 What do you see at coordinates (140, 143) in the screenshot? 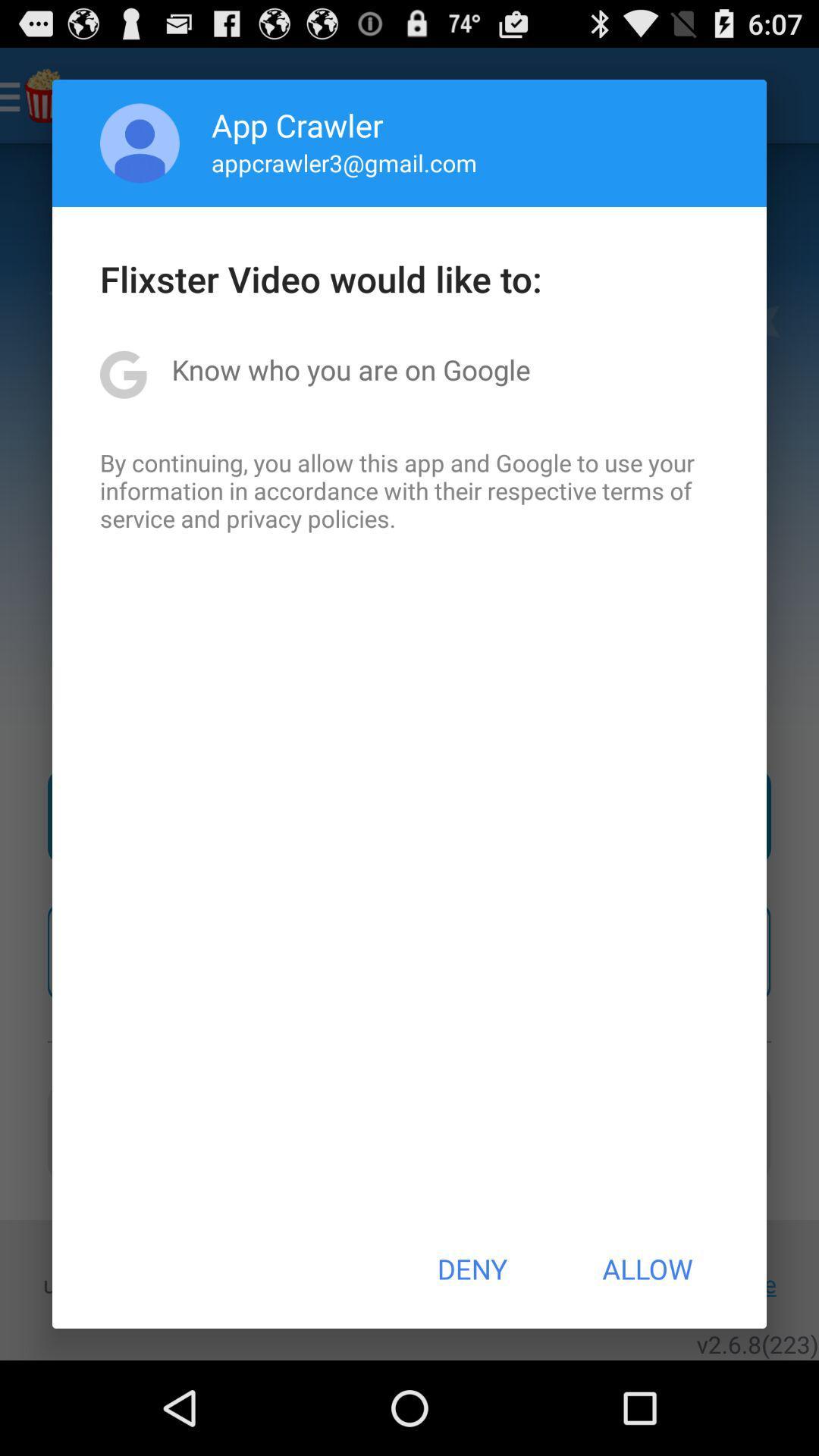
I see `icon next to the app crawler item` at bounding box center [140, 143].